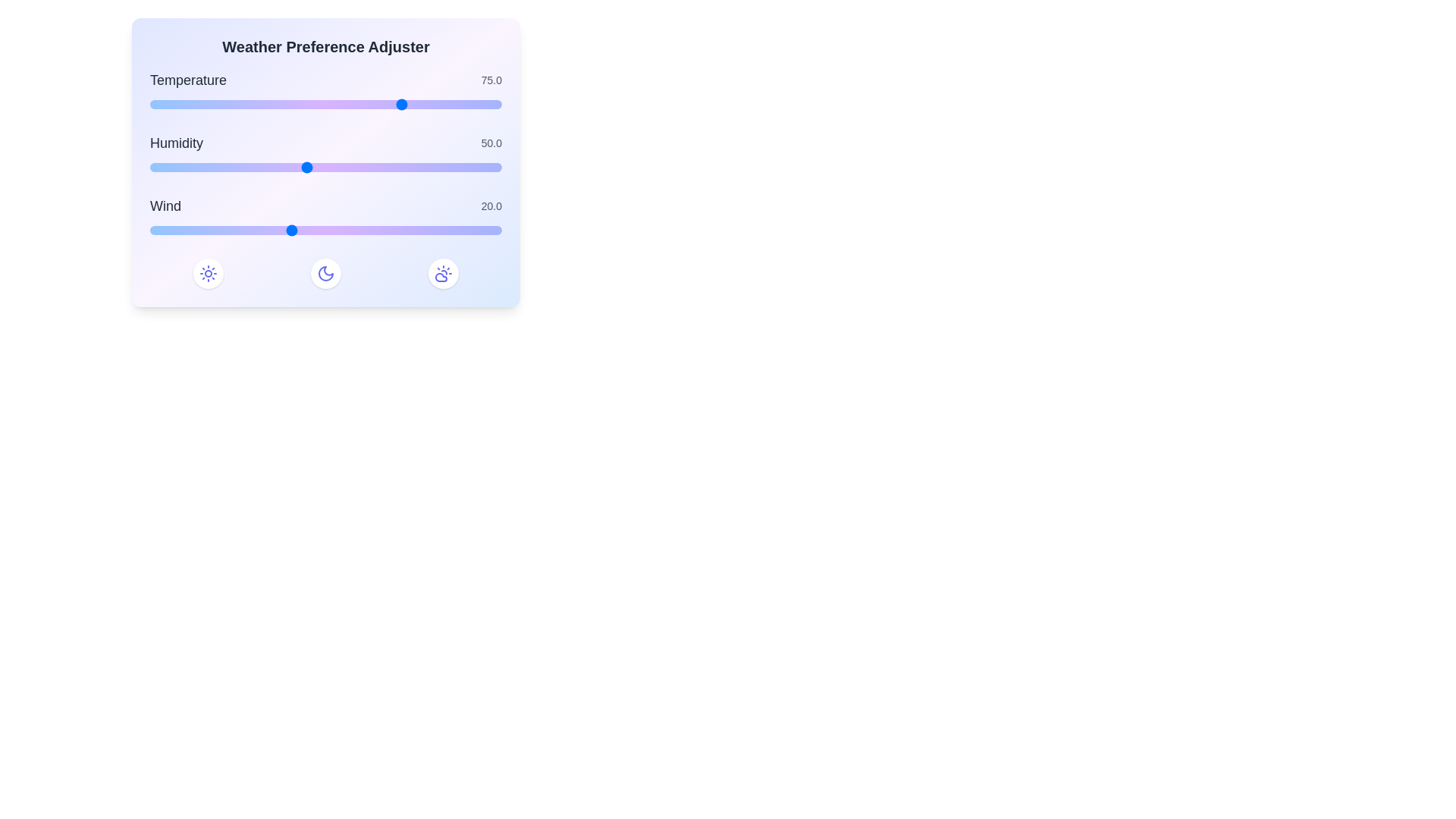  I want to click on wind preference, so click(269, 231).